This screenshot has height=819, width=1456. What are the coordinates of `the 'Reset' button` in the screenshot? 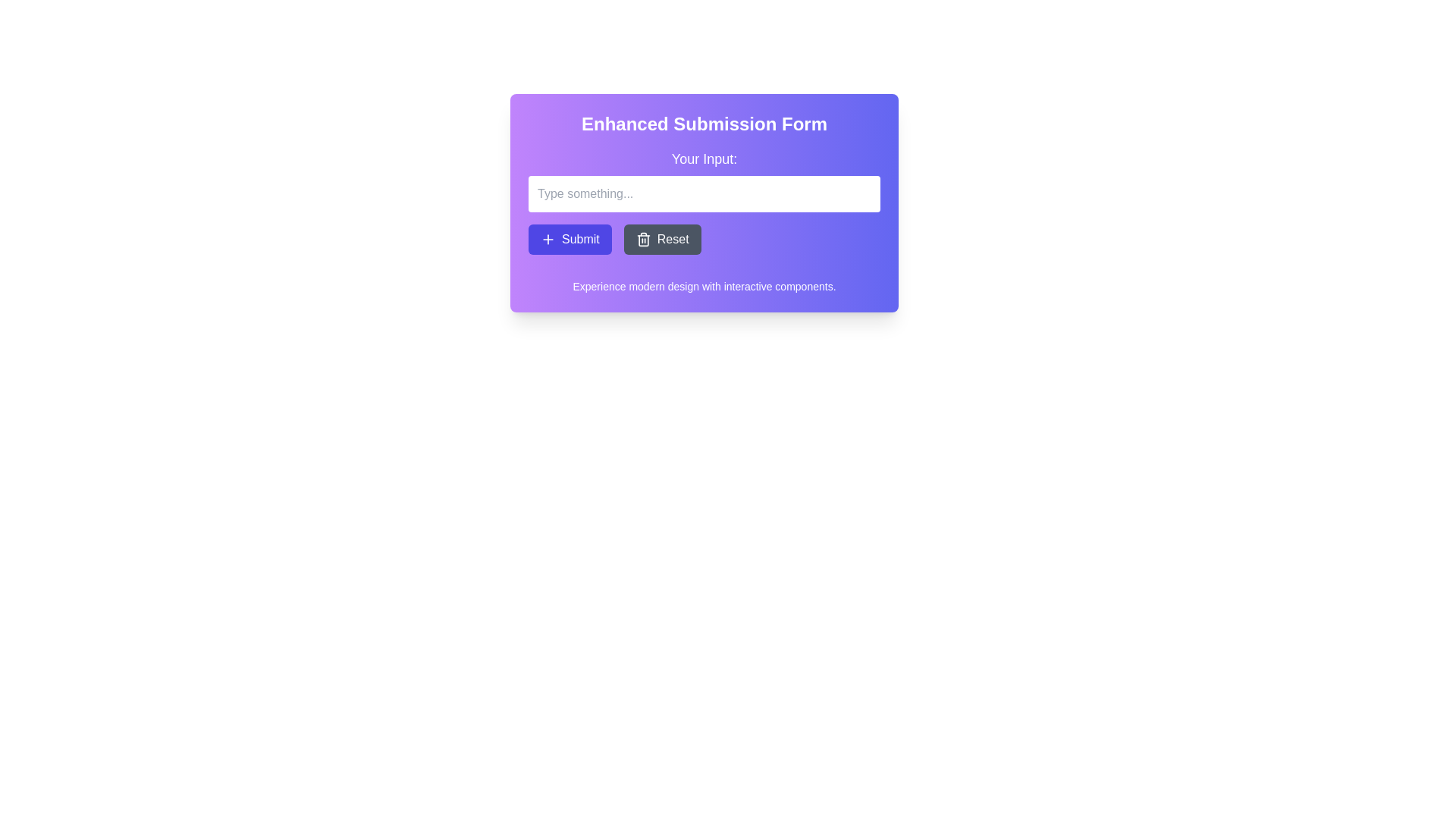 It's located at (662, 239).